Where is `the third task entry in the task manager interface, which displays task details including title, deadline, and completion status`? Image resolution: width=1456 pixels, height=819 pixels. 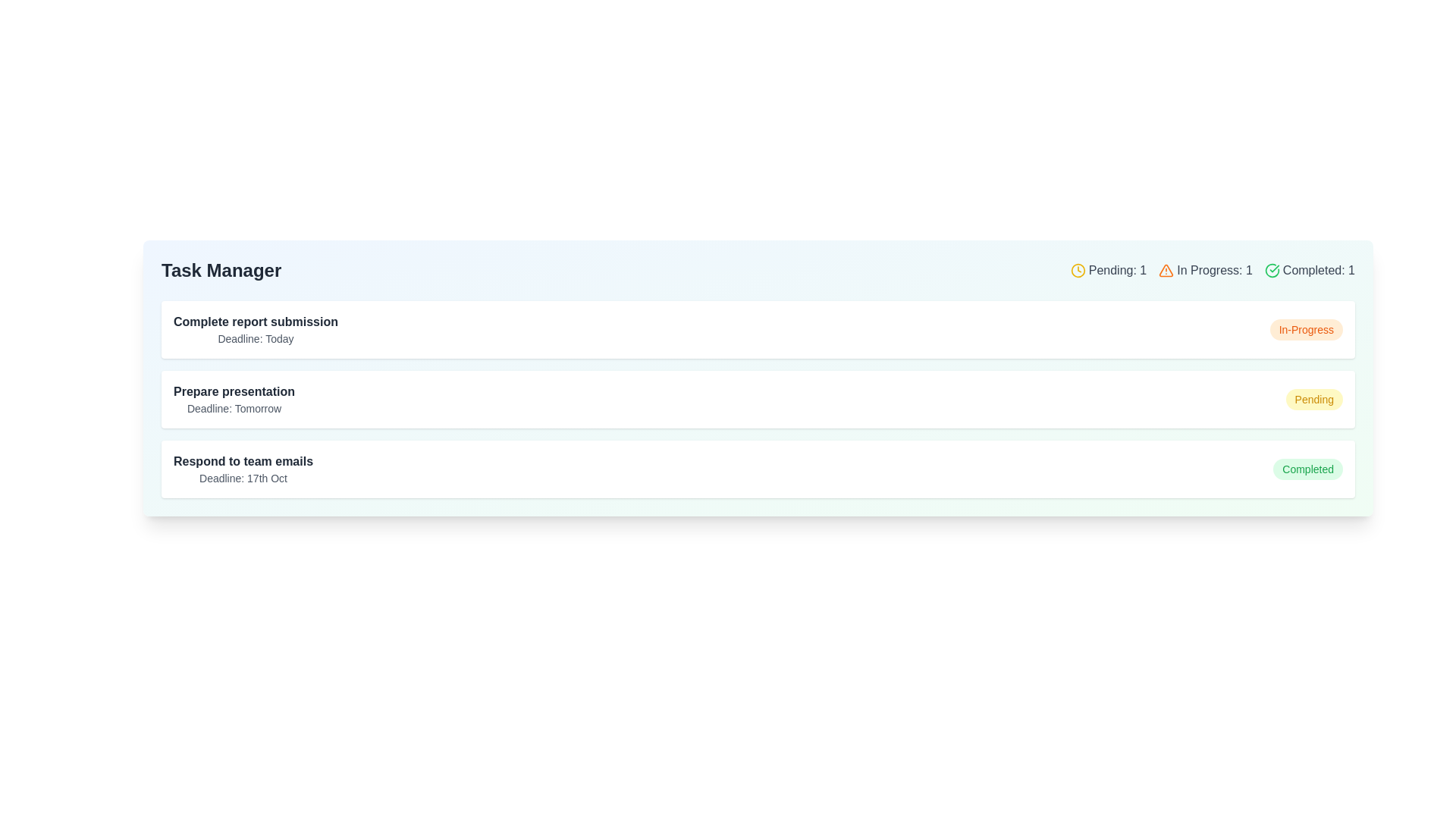 the third task entry in the task manager interface, which displays task details including title, deadline, and completion status is located at coordinates (758, 468).